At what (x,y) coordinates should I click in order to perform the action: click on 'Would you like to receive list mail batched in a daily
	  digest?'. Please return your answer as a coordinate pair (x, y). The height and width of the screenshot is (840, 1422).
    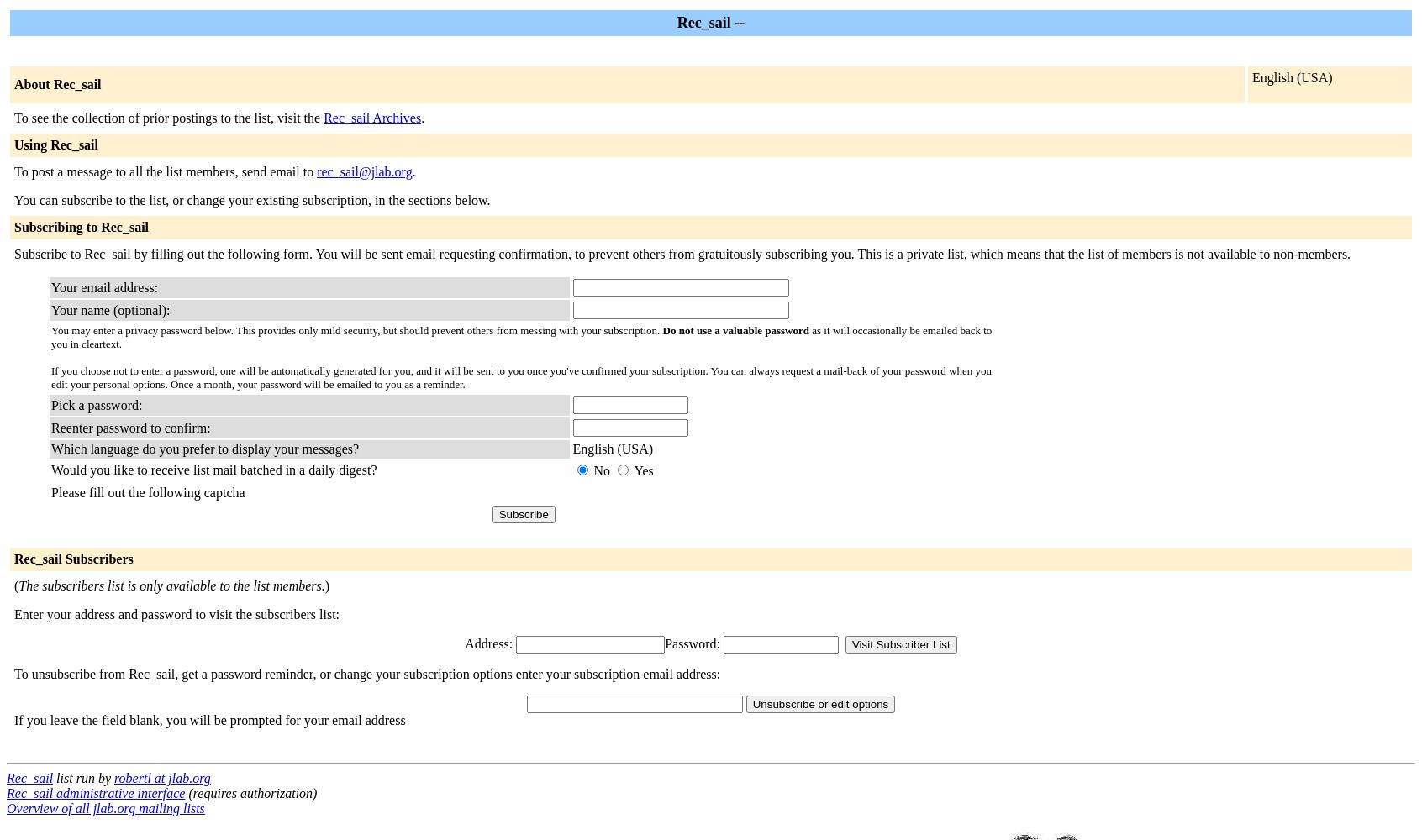
    Looking at the image, I should click on (213, 470).